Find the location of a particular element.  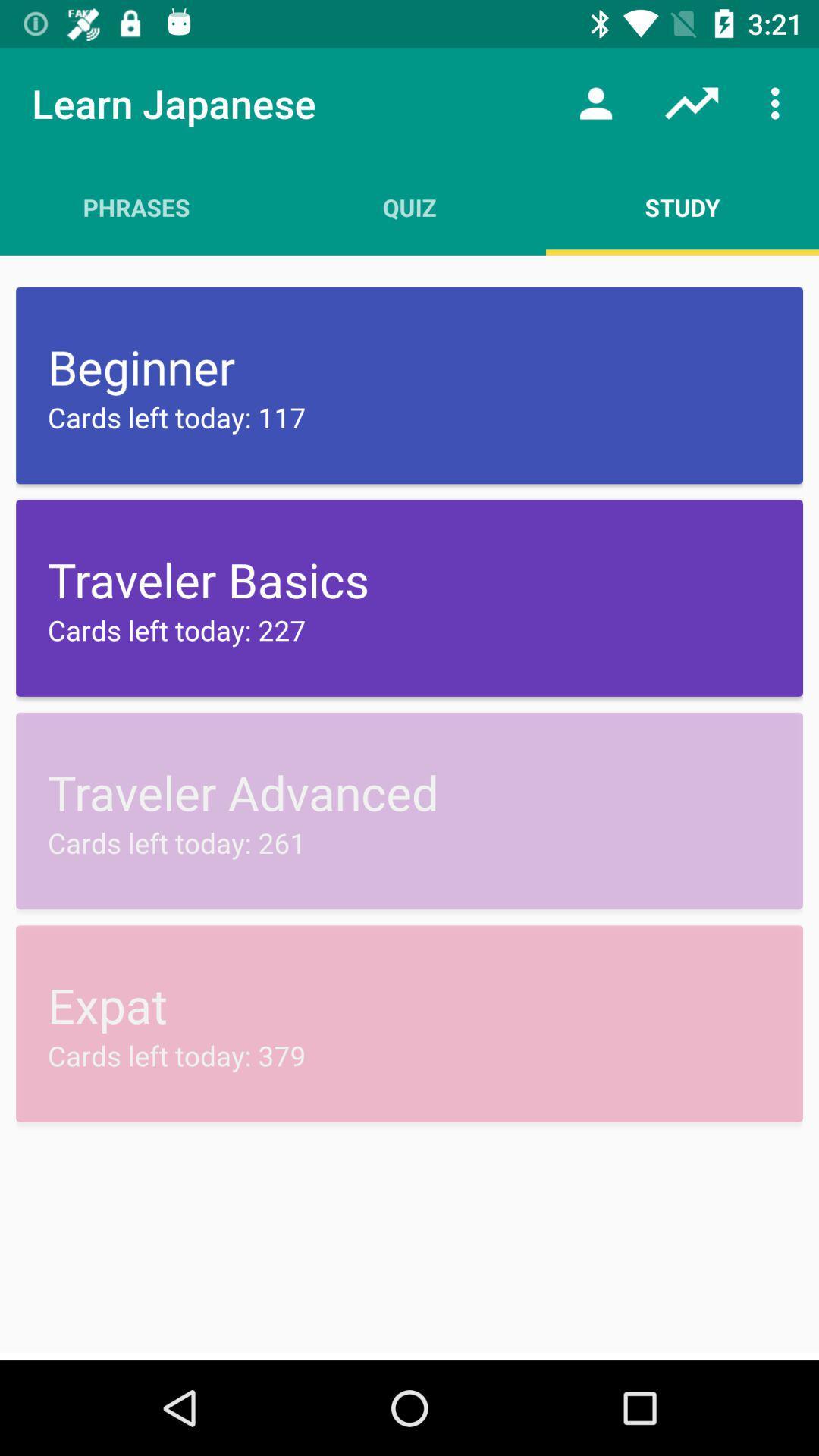

the study icon is located at coordinates (681, 206).